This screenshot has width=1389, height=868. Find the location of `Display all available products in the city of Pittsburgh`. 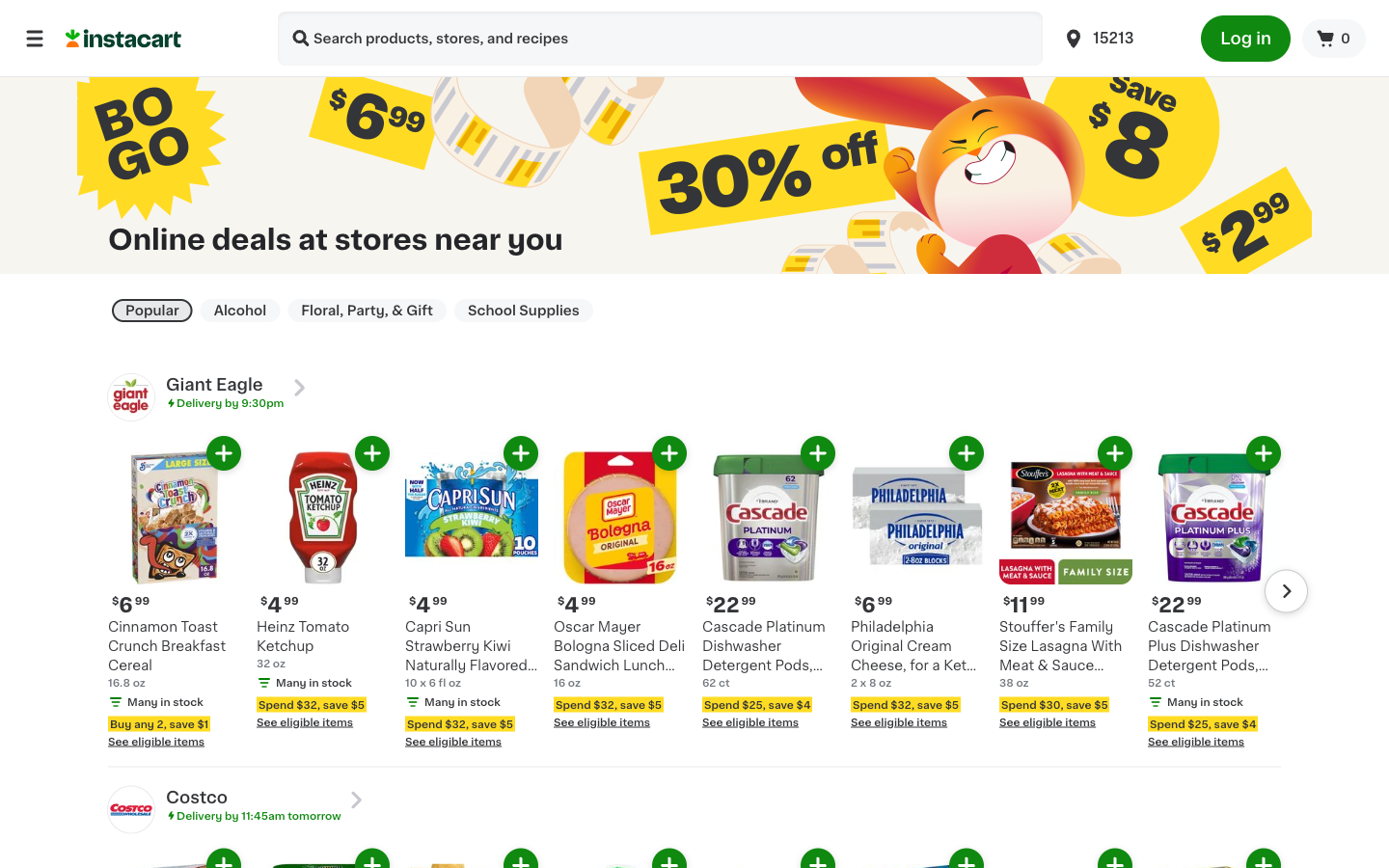

Display all available products in the city of Pittsburgh is located at coordinates (1120, 37).